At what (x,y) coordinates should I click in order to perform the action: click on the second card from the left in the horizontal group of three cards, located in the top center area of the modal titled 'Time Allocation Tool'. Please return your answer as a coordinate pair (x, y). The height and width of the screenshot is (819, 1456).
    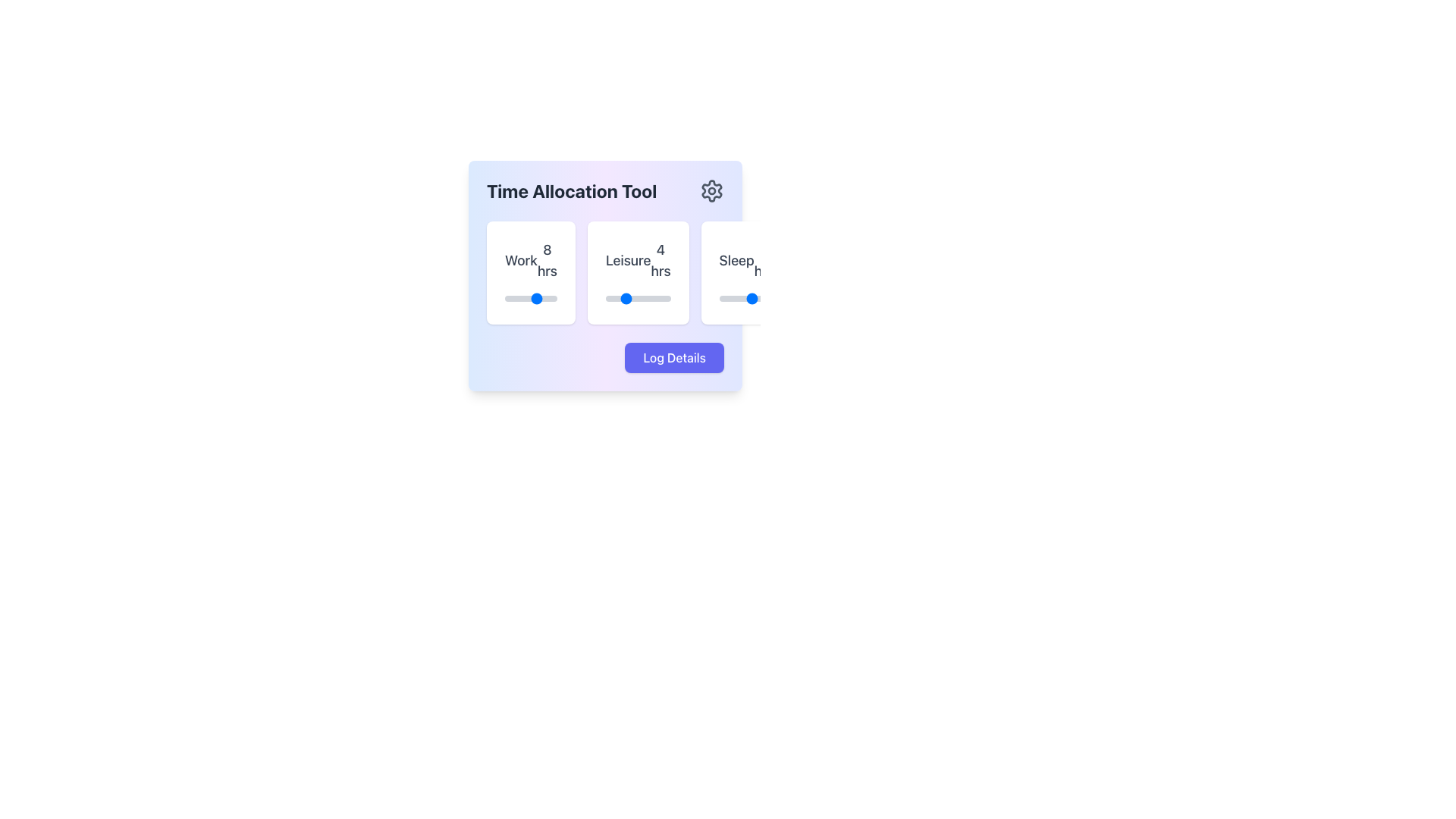
    Looking at the image, I should click on (604, 275).